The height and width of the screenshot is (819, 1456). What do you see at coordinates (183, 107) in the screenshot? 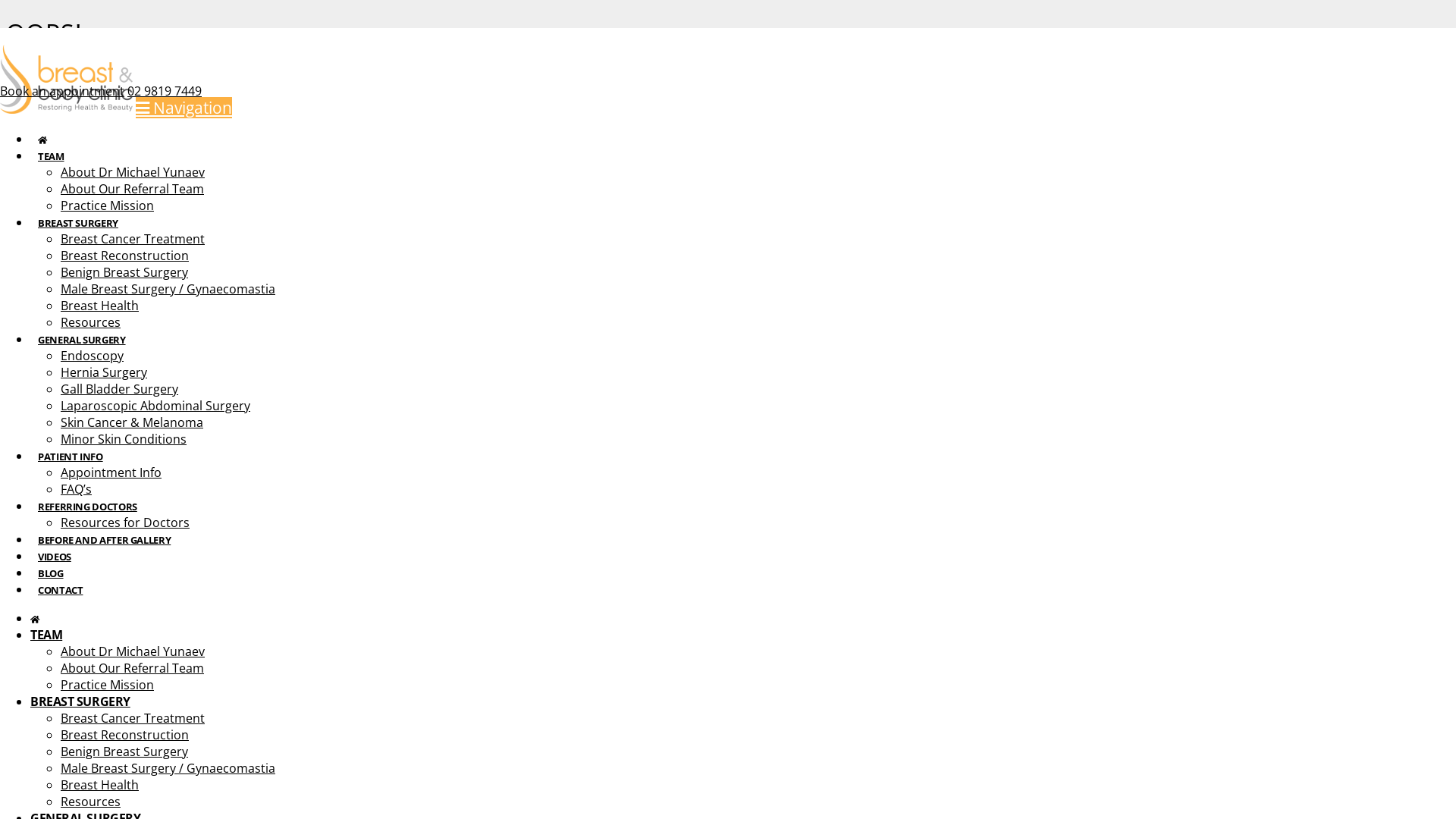
I see `'Navigation'` at bounding box center [183, 107].